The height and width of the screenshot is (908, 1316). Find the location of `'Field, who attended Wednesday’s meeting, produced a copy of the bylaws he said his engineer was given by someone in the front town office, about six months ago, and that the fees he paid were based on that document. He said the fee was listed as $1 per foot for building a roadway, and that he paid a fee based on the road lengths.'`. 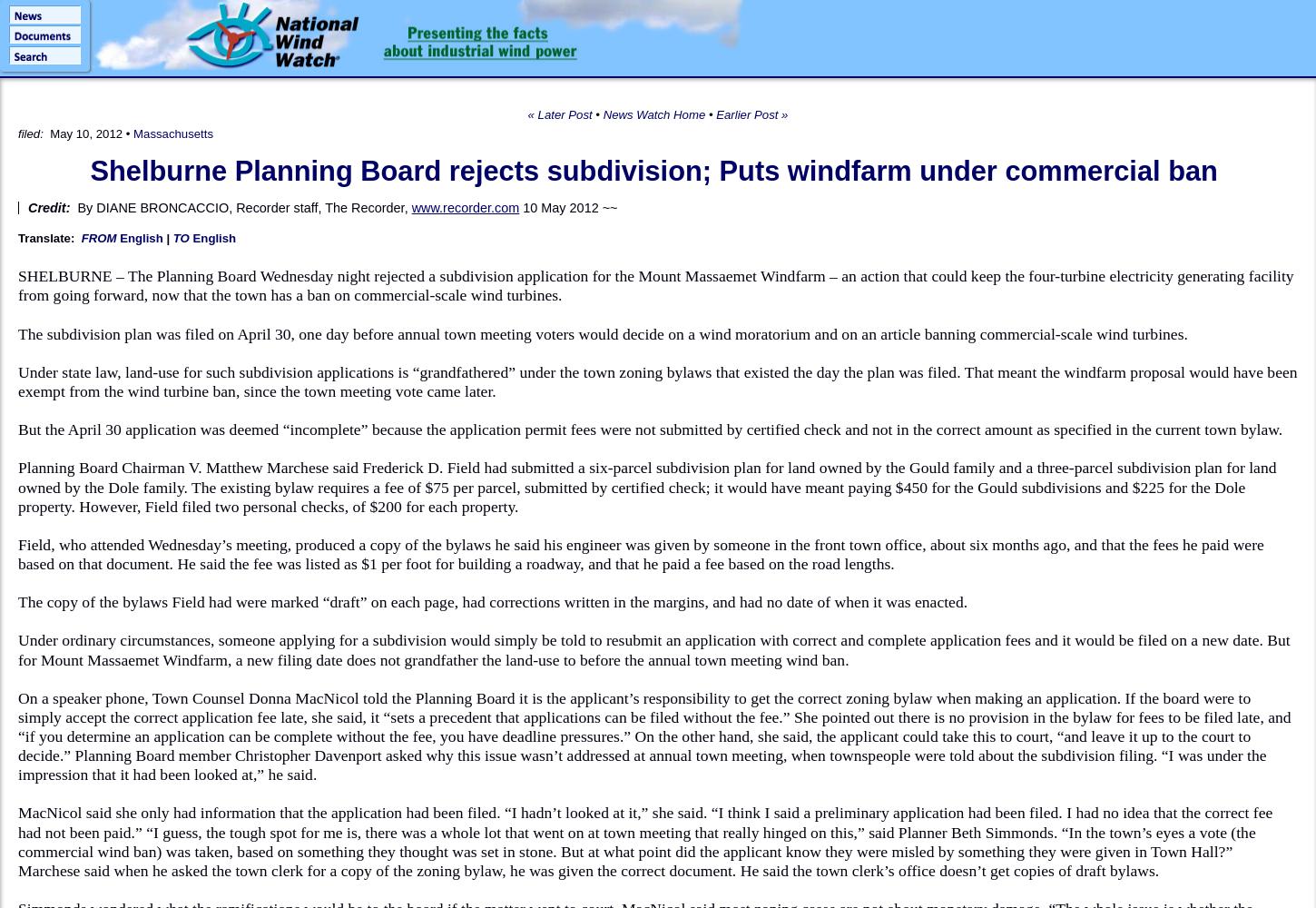

'Field, who attended Wednesday’s meeting, produced a copy of the bylaws he said his engineer was given by someone in the front town office, about six months ago, and that the fees he paid were based on that document. He said the fee was listed as $1 per foot for building a roadway, and that he paid a fee based on the road lengths.' is located at coordinates (640, 552).